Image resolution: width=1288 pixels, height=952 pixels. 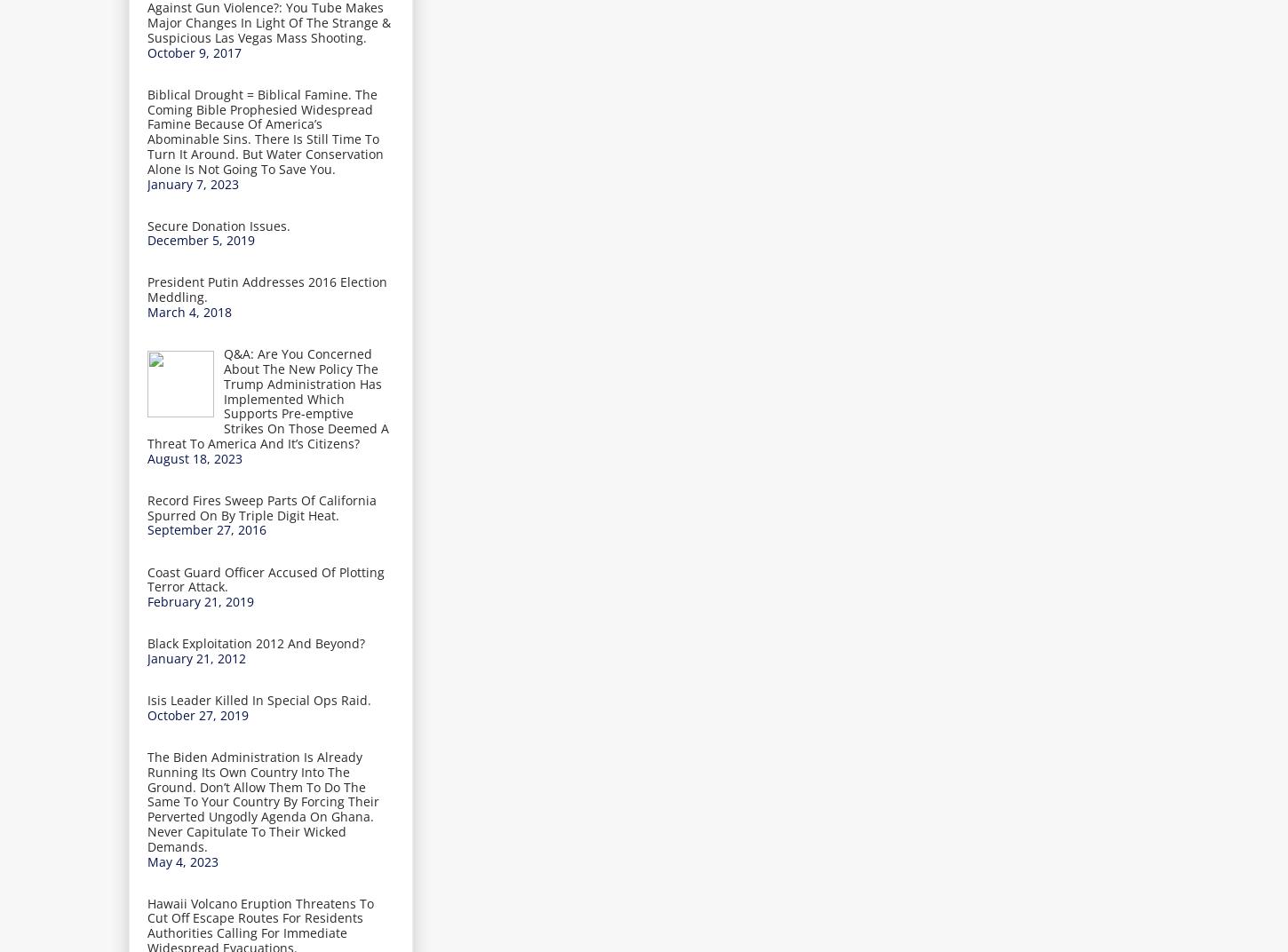 I want to click on 'Isis Leader Killed In Special Ops Raid.', so click(x=147, y=700).